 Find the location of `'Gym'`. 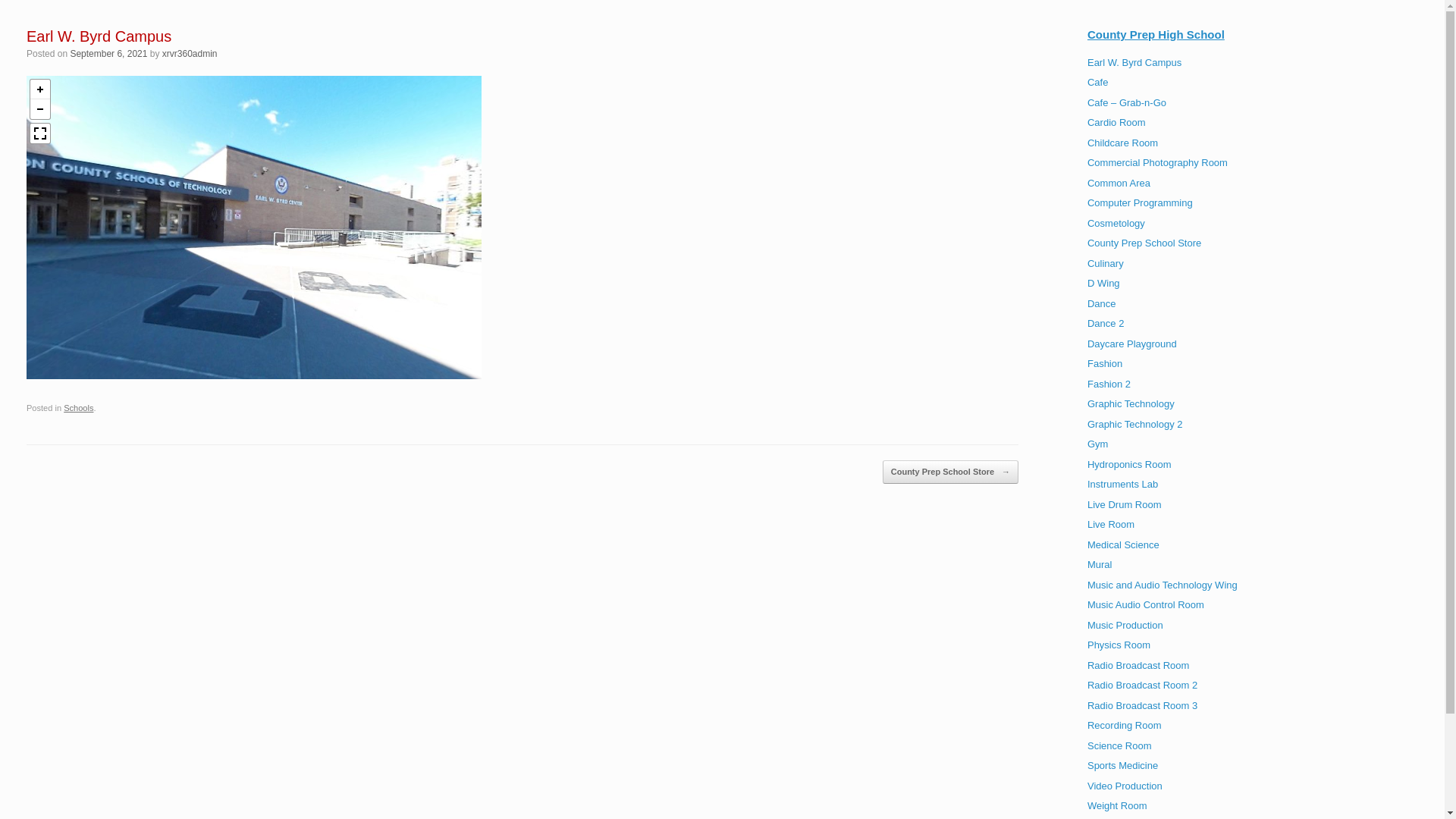

'Gym' is located at coordinates (1087, 444).